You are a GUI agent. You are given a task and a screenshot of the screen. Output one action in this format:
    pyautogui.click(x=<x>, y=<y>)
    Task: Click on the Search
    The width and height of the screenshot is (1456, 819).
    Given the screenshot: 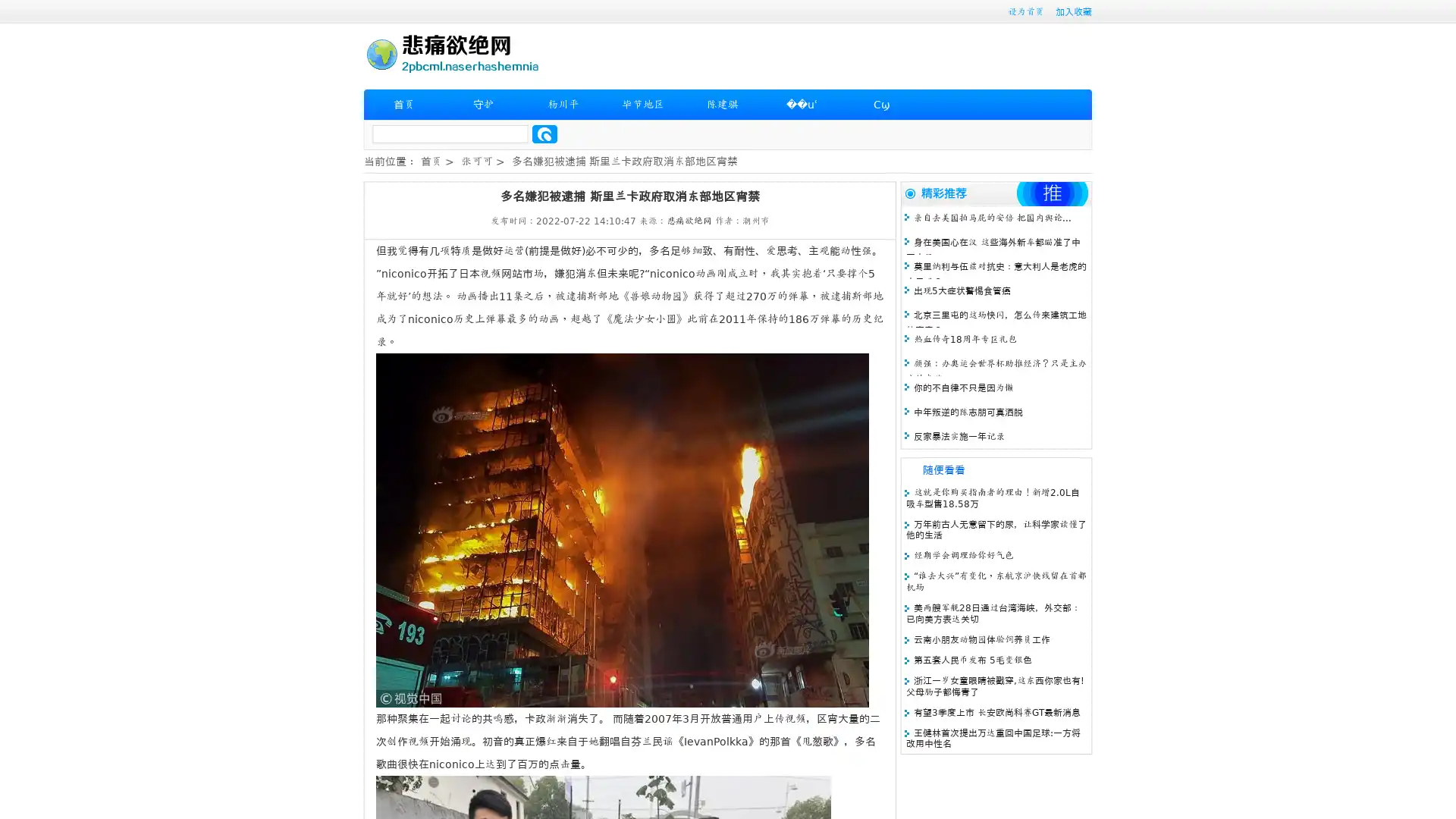 What is the action you would take?
    pyautogui.click(x=544, y=133)
    